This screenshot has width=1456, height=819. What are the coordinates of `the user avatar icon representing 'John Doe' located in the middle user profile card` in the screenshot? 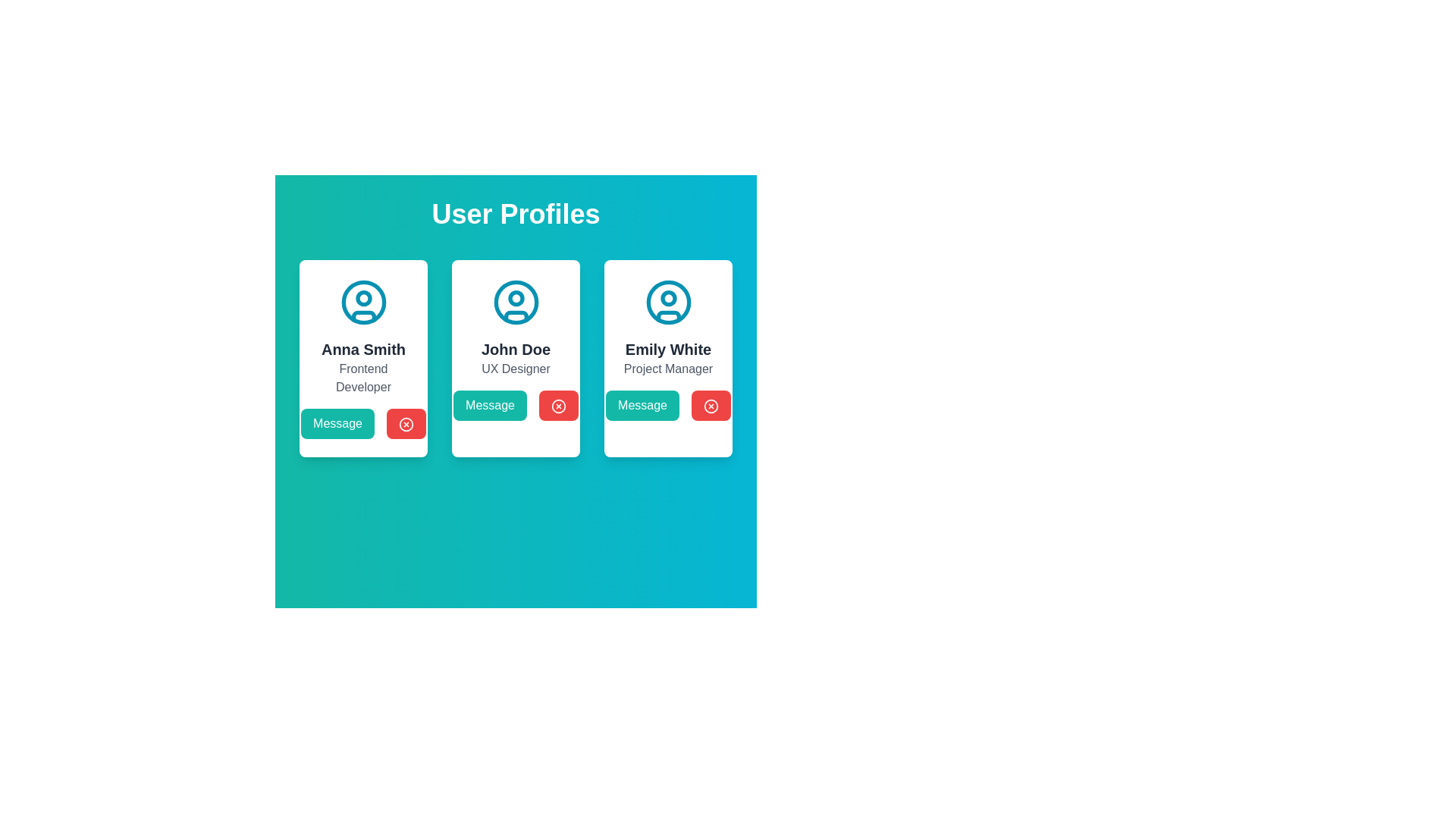 It's located at (516, 302).